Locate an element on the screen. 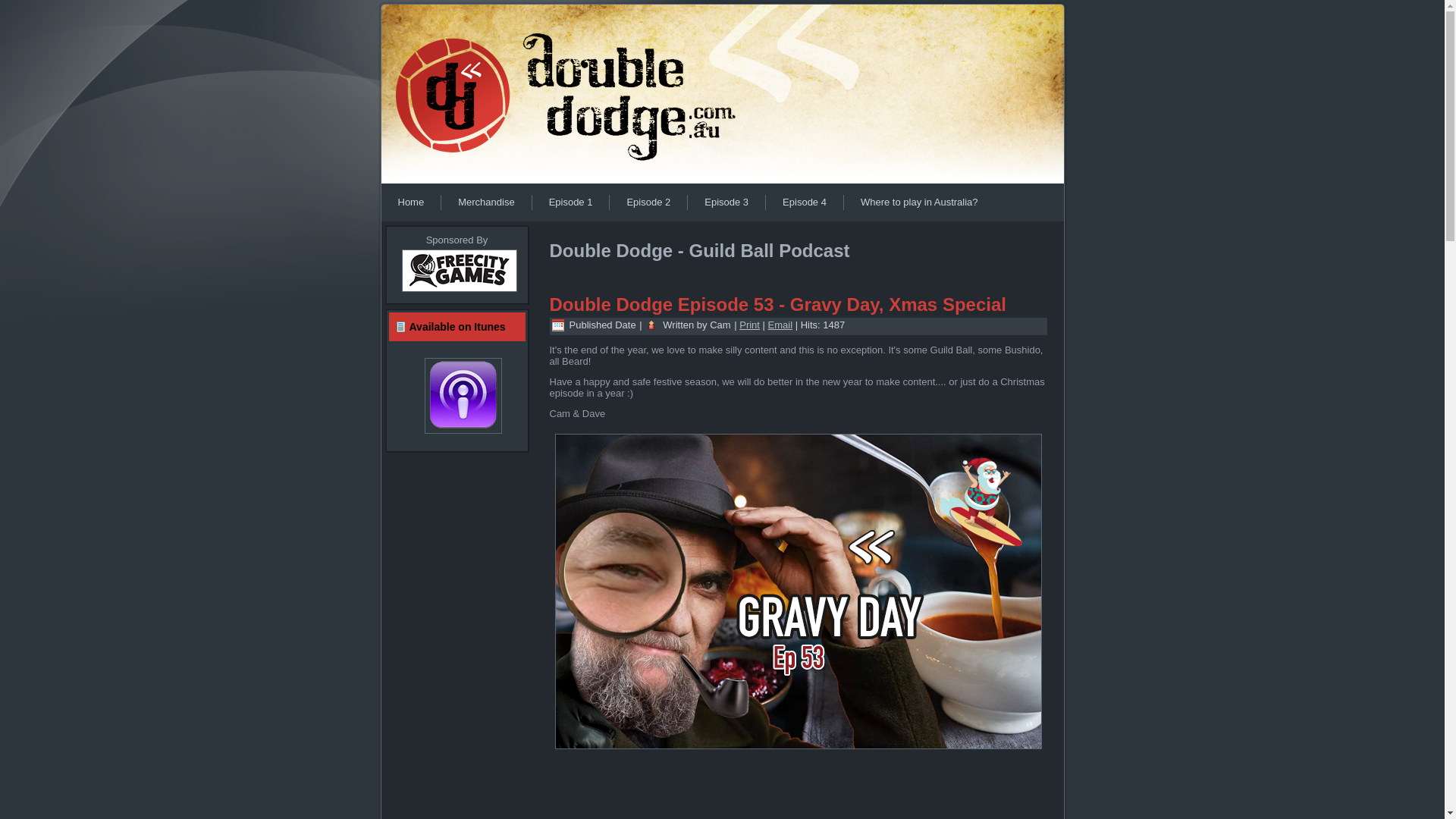  'Episode 1' is located at coordinates (570, 201).